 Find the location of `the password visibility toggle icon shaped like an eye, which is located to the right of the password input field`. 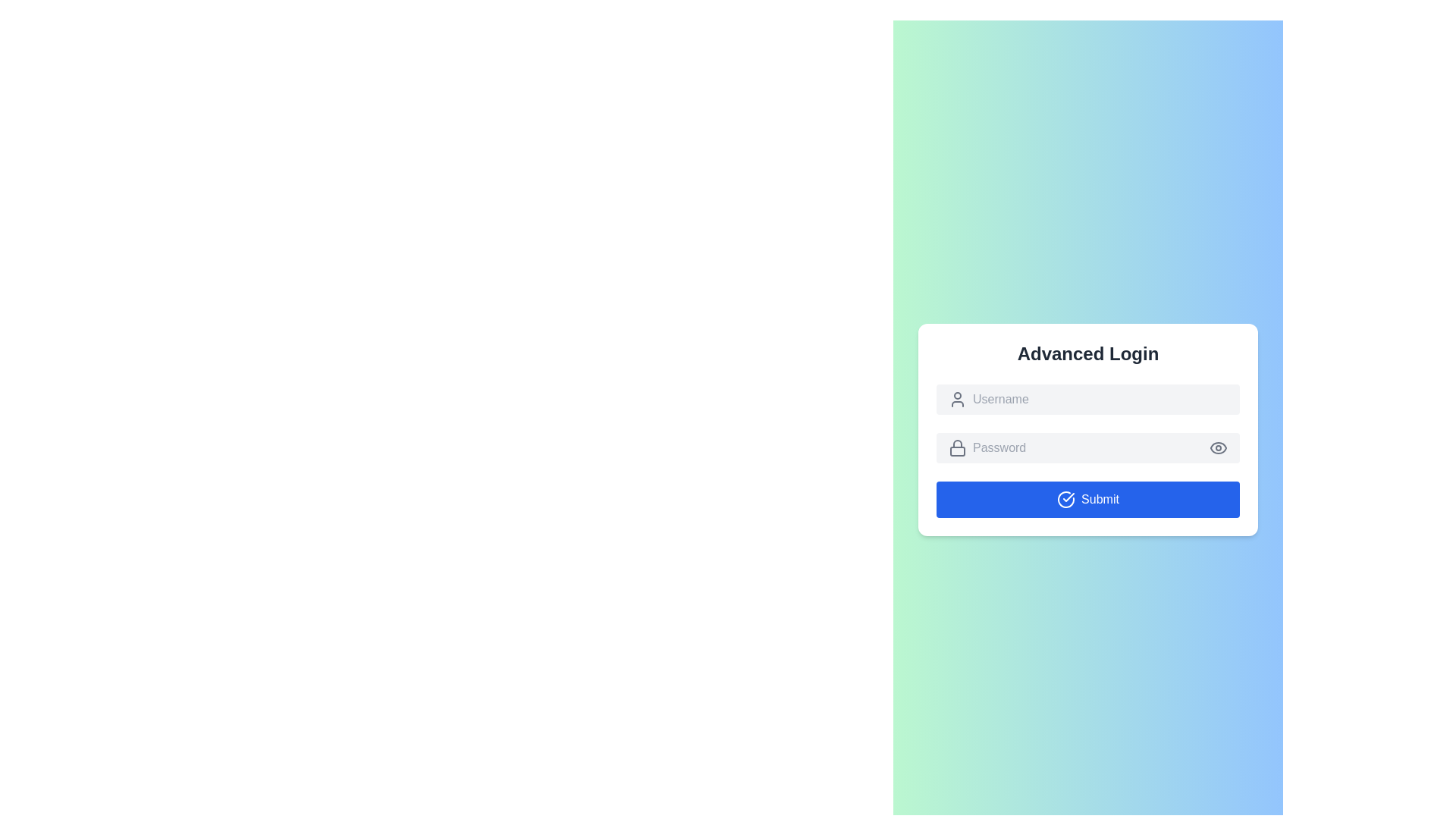

the password visibility toggle icon shaped like an eye, which is located to the right of the password input field is located at coordinates (1219, 447).